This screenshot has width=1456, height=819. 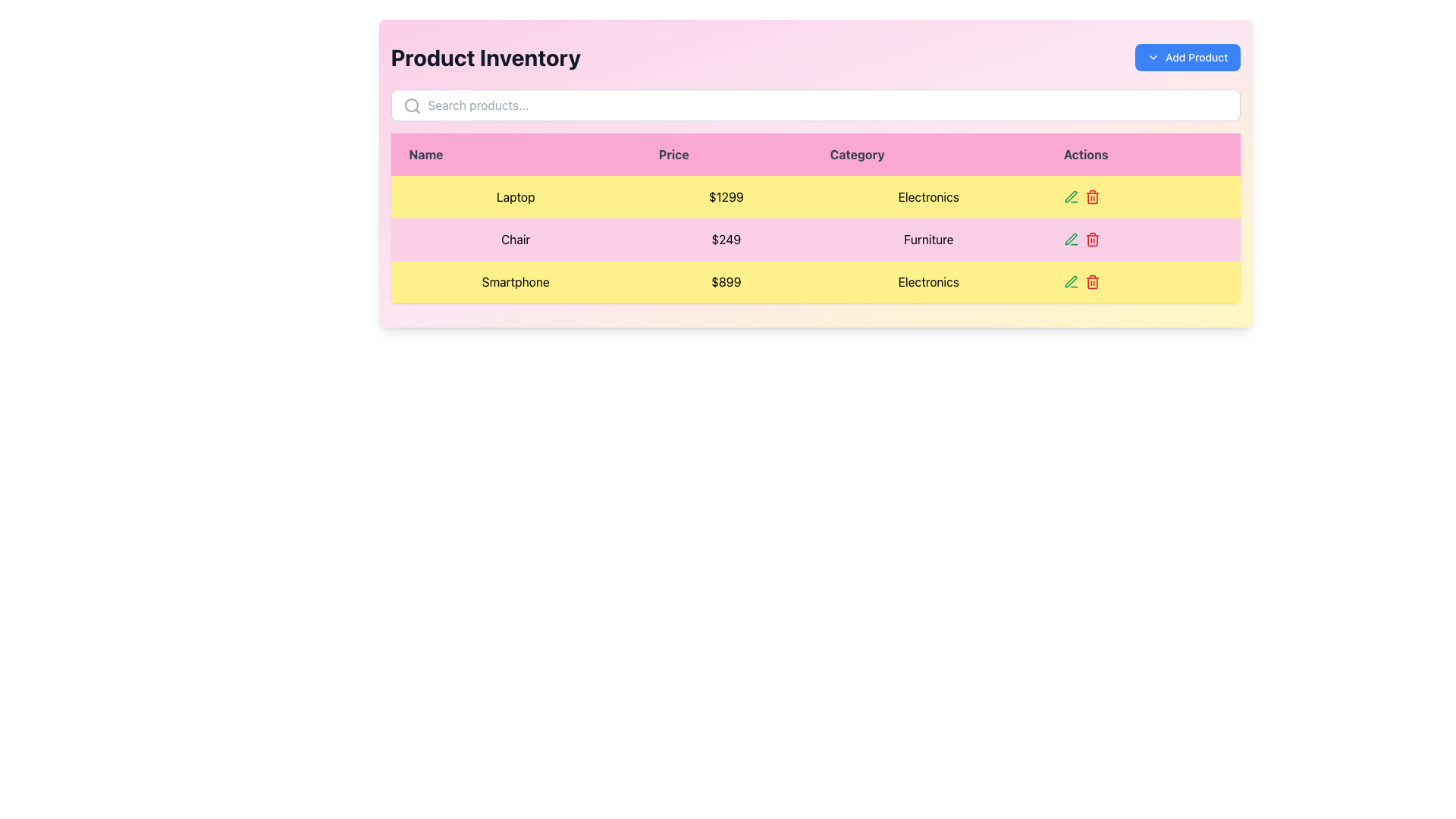 What do you see at coordinates (725, 239) in the screenshot?
I see `the static text displaying the price '$249' in black font on a pink background, located in the second column under the 'Price' header` at bounding box center [725, 239].